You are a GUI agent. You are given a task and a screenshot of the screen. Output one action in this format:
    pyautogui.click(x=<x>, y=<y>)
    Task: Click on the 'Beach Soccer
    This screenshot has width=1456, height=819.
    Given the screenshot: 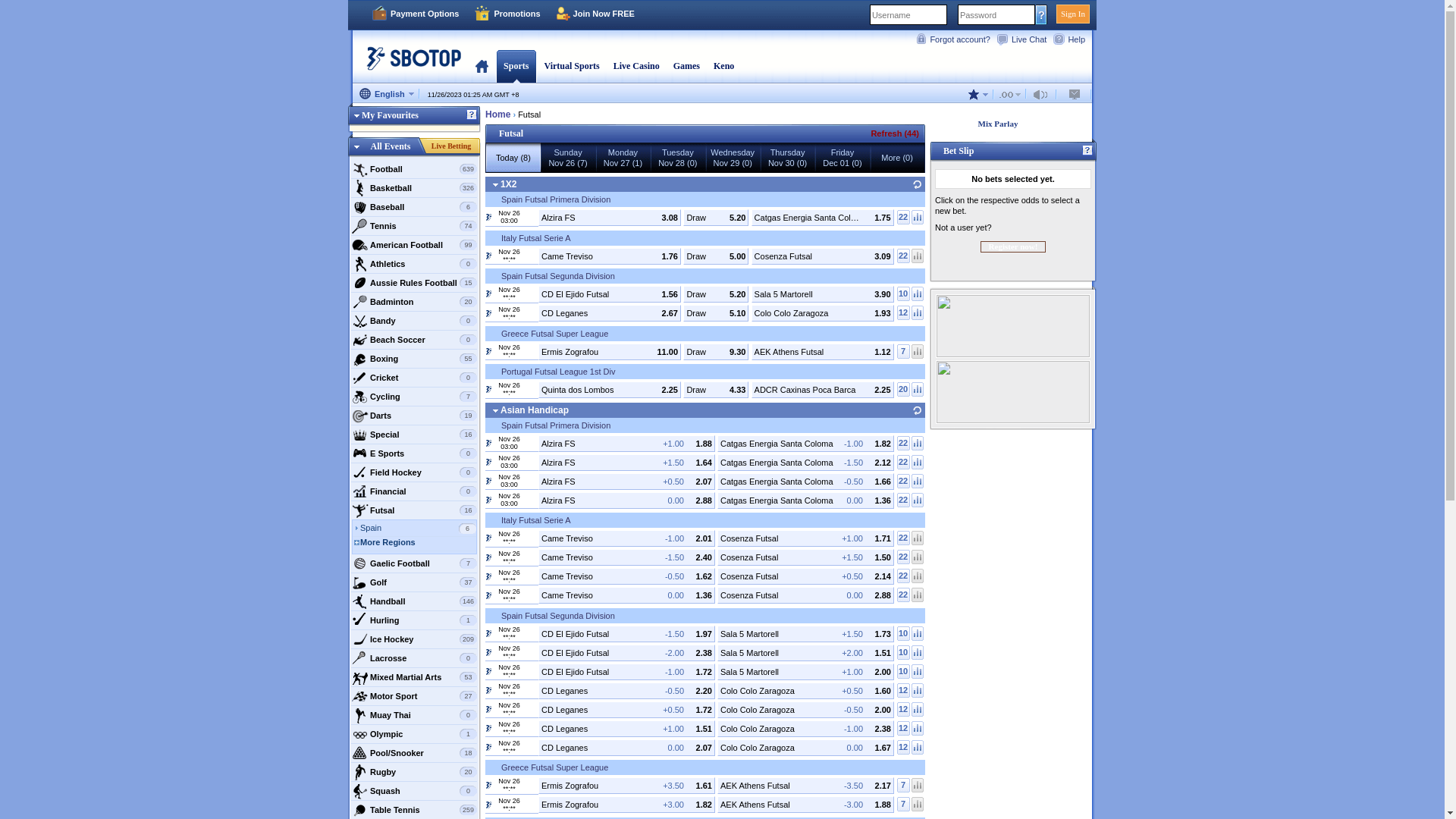 What is the action you would take?
    pyautogui.click(x=414, y=338)
    